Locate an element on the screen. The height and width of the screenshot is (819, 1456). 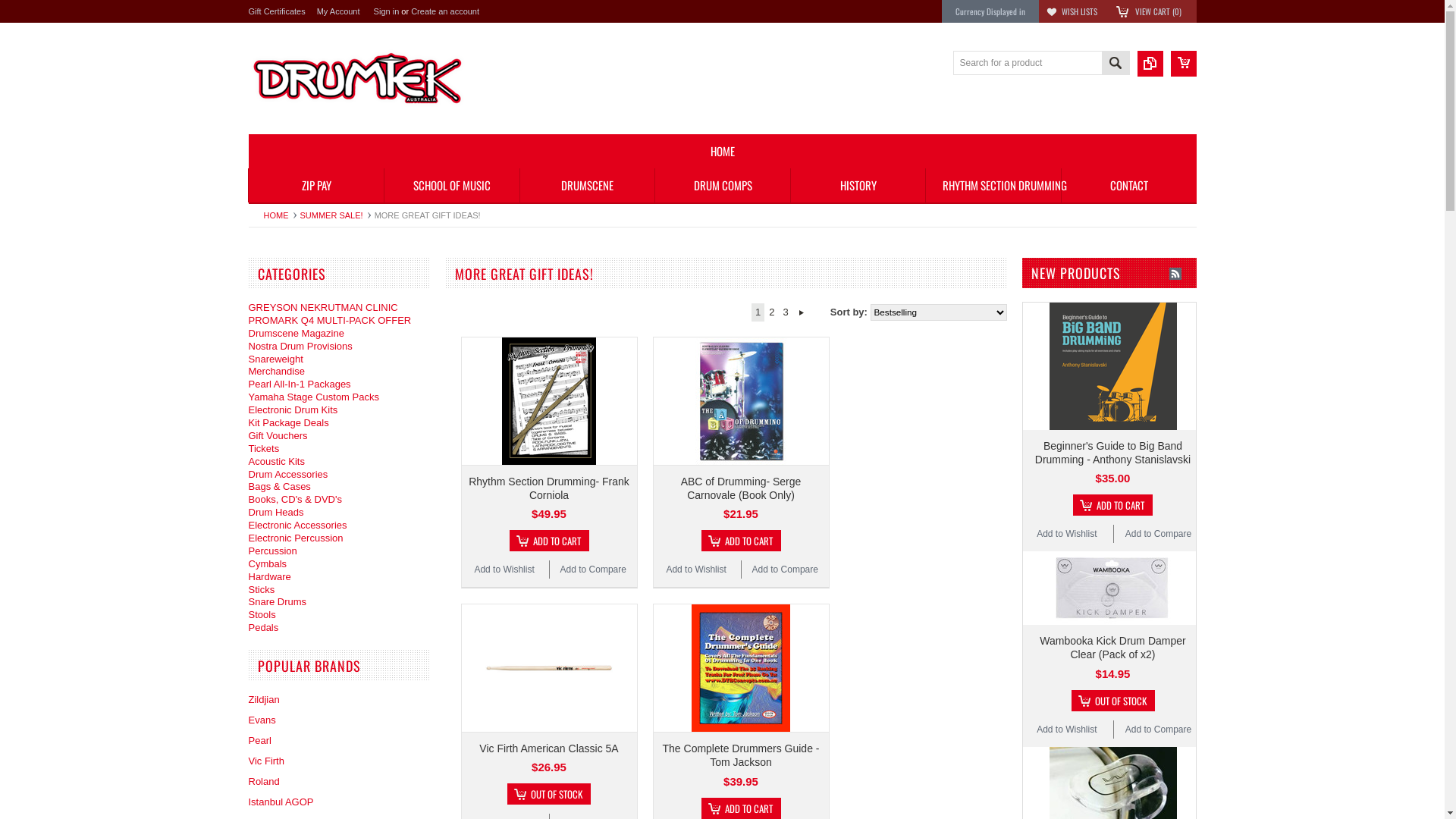
'Drum Heads' is located at coordinates (276, 512).